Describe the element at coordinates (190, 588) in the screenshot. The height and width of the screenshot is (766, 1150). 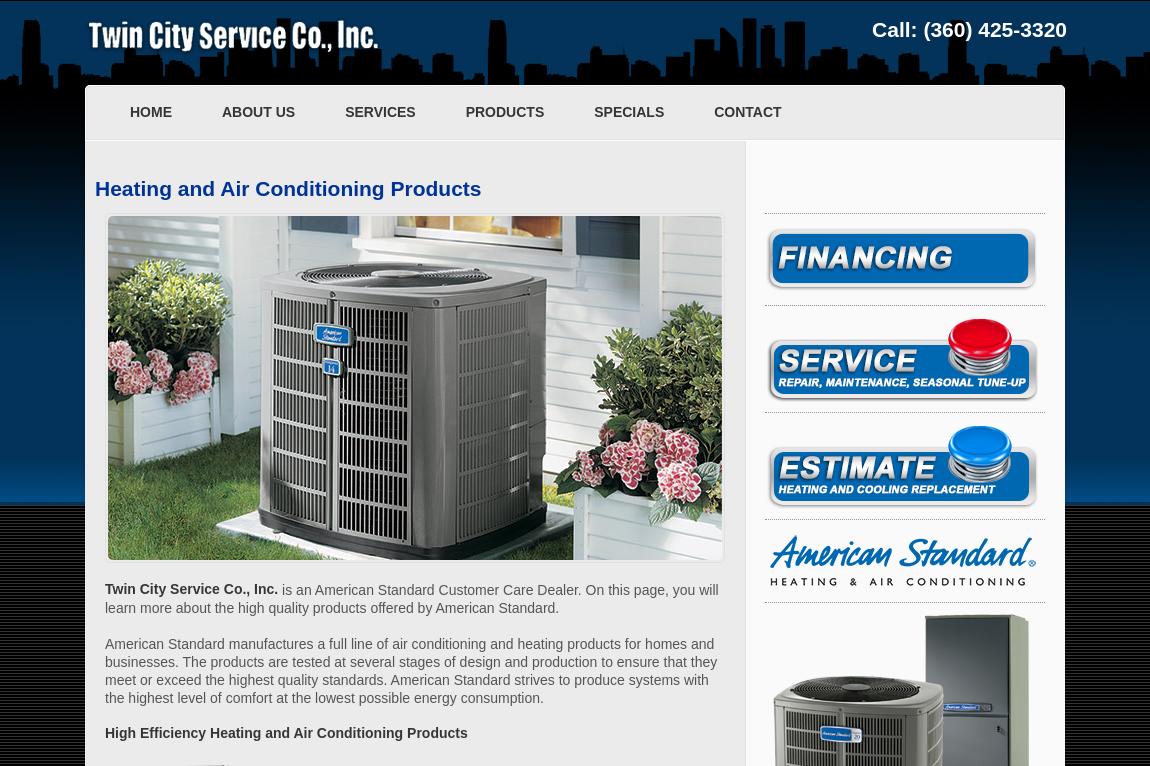
I see `'Twin City Service Co., Inc.'` at that location.